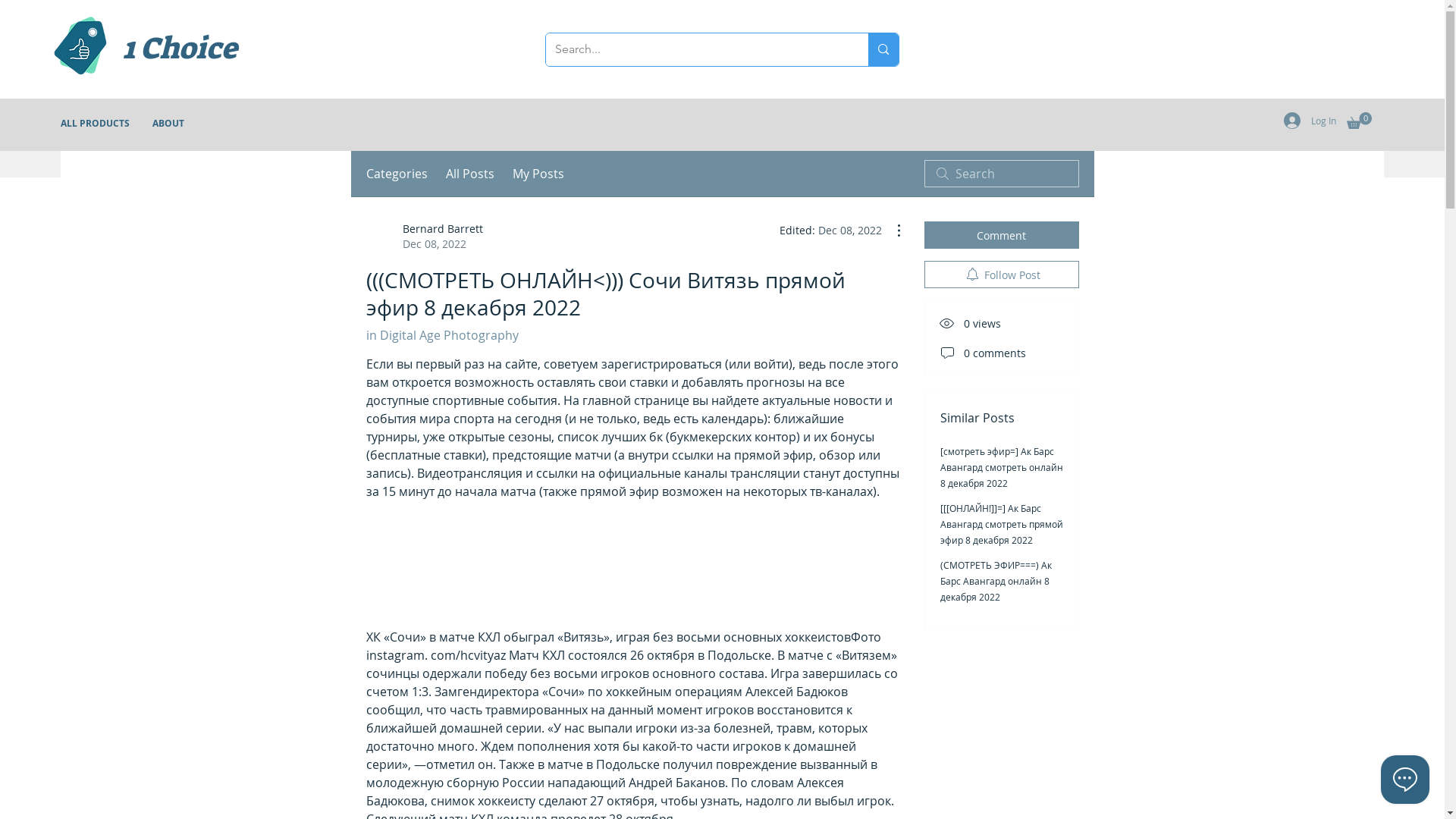  Describe the element at coordinates (94, 122) in the screenshot. I see `'ALL PRODUCTS'` at that location.